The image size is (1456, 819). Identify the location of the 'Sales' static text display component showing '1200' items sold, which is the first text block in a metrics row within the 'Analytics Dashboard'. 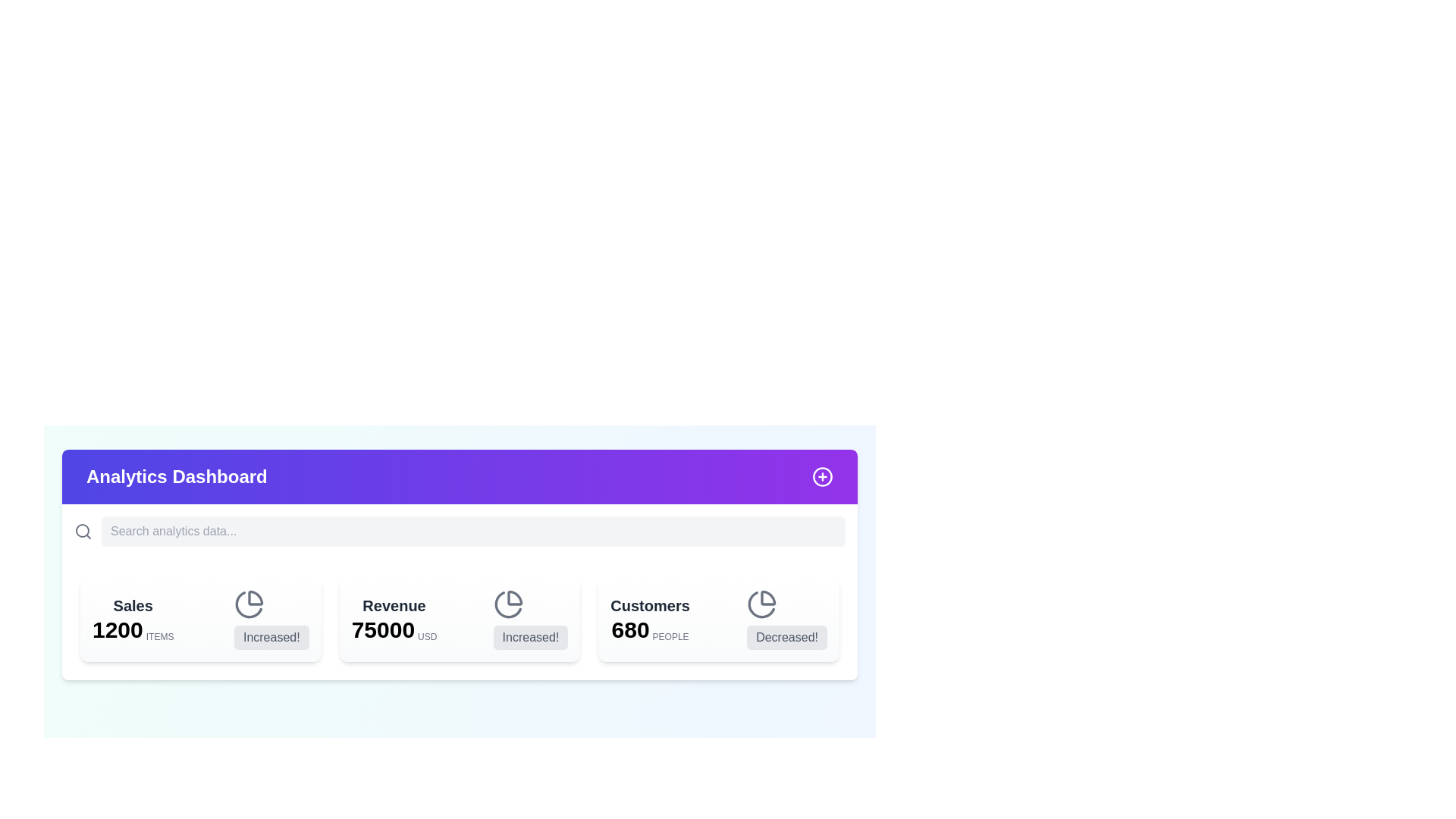
(133, 620).